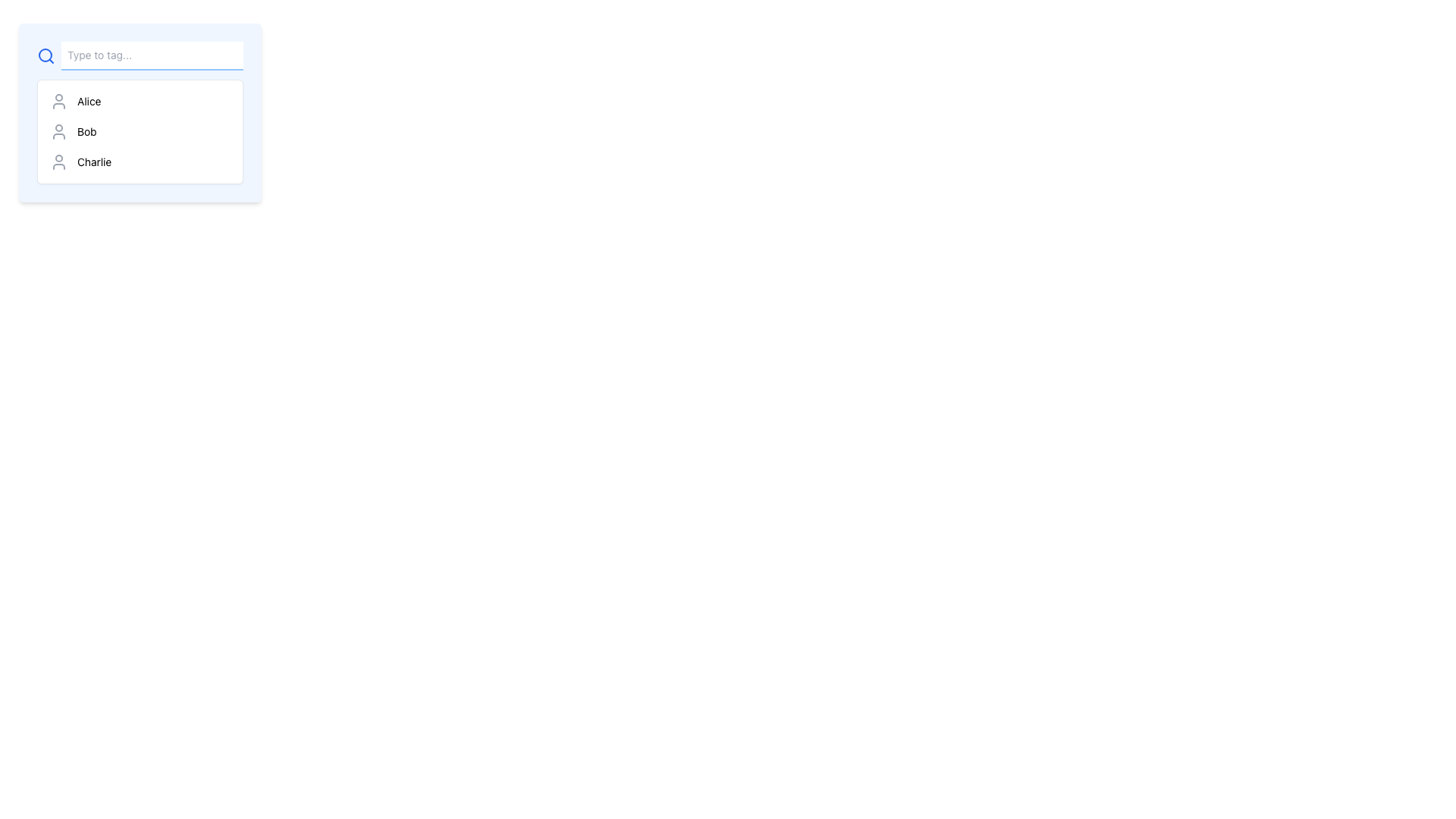 The width and height of the screenshot is (1456, 819). I want to click on the search input component, which consists of a blue search icon and a text input field, located at the top of the light blue background card, so click(140, 55).